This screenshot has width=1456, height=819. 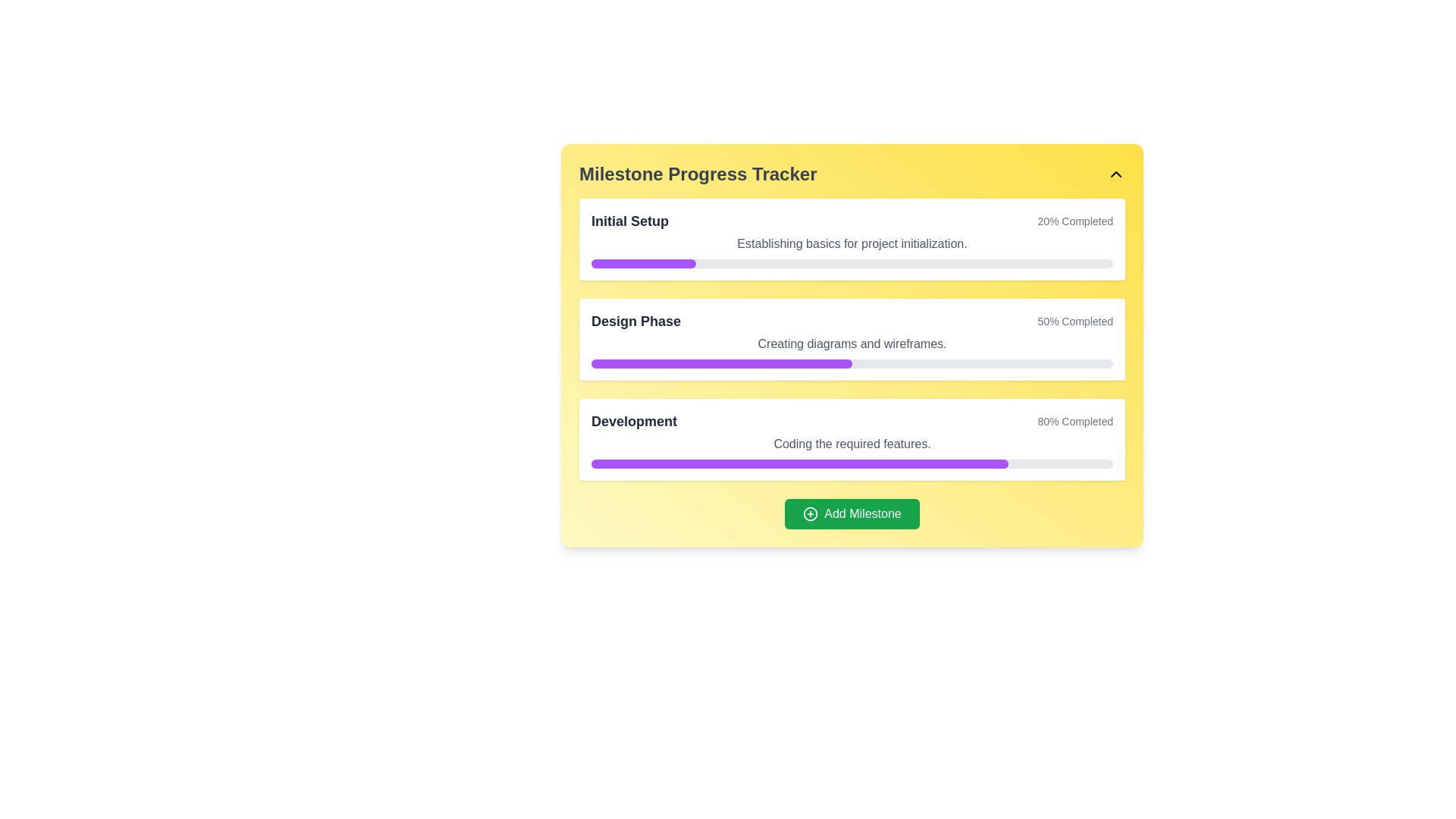 What do you see at coordinates (1075, 321) in the screenshot?
I see `the static text label displaying the progress percentage for the 'Design Phase' task, located to the right of the 'Design Phase' title in the middle panel of the progress tracker interface` at bounding box center [1075, 321].